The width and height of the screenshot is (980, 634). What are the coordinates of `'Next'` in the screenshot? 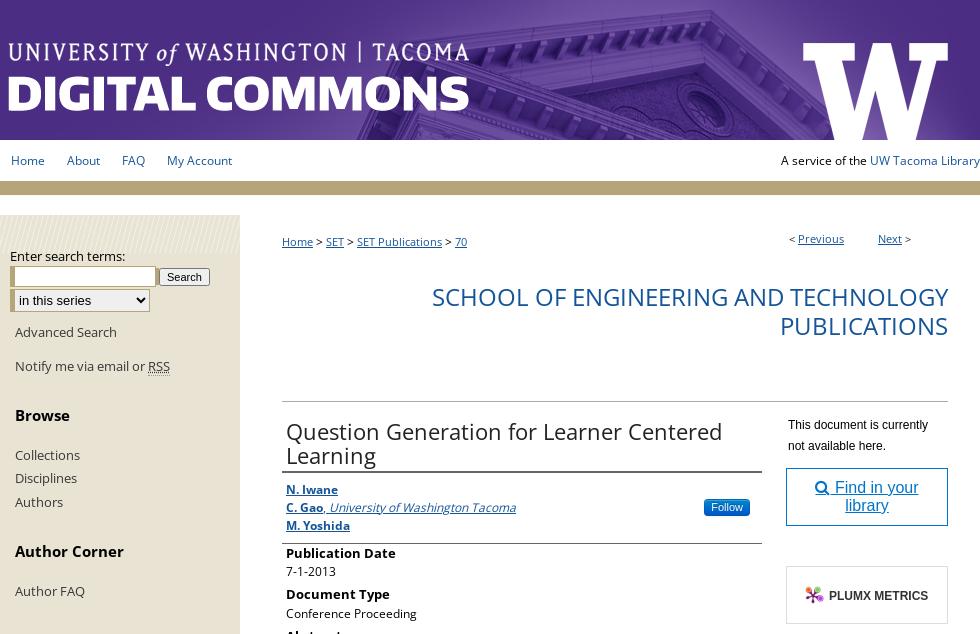 It's located at (890, 237).